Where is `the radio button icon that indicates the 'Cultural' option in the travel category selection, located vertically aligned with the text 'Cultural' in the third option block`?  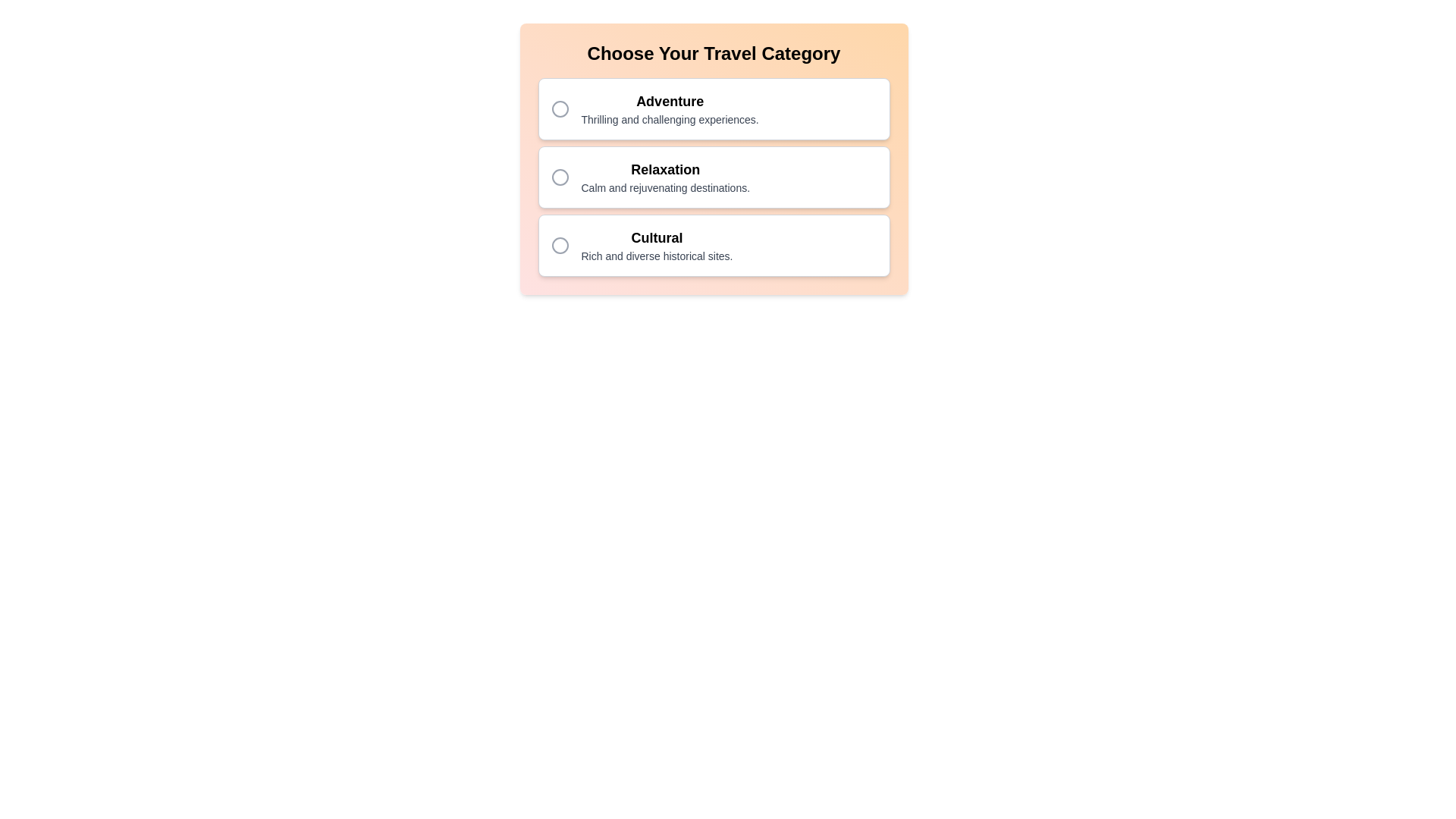
the radio button icon that indicates the 'Cultural' option in the travel category selection, located vertically aligned with the text 'Cultural' in the third option block is located at coordinates (559, 245).